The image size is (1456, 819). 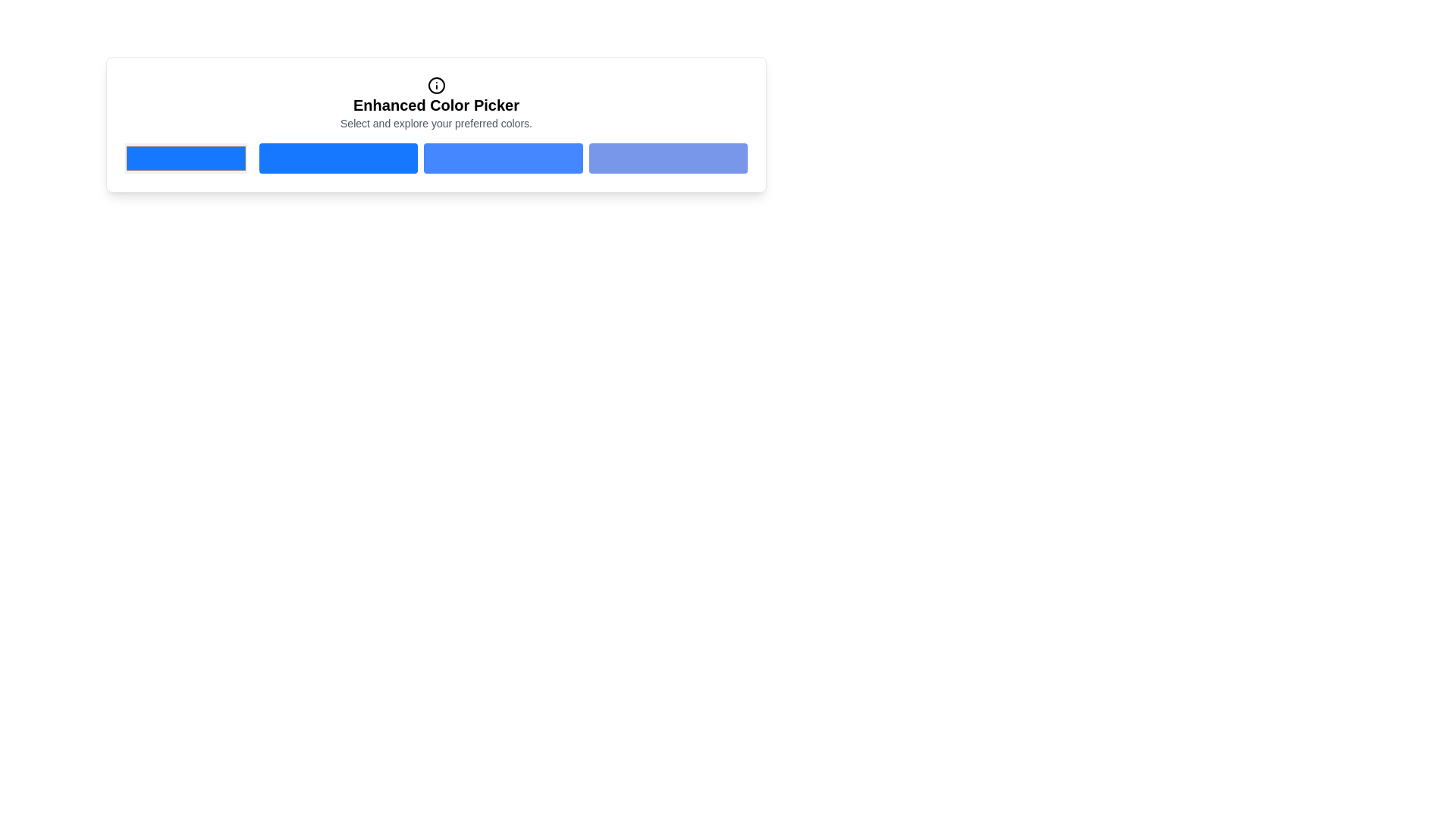 What do you see at coordinates (435, 102) in the screenshot?
I see `informational text block titled 'Enhanced Color Picker' which contains guidance on selecting and exploring preferred colors` at bounding box center [435, 102].